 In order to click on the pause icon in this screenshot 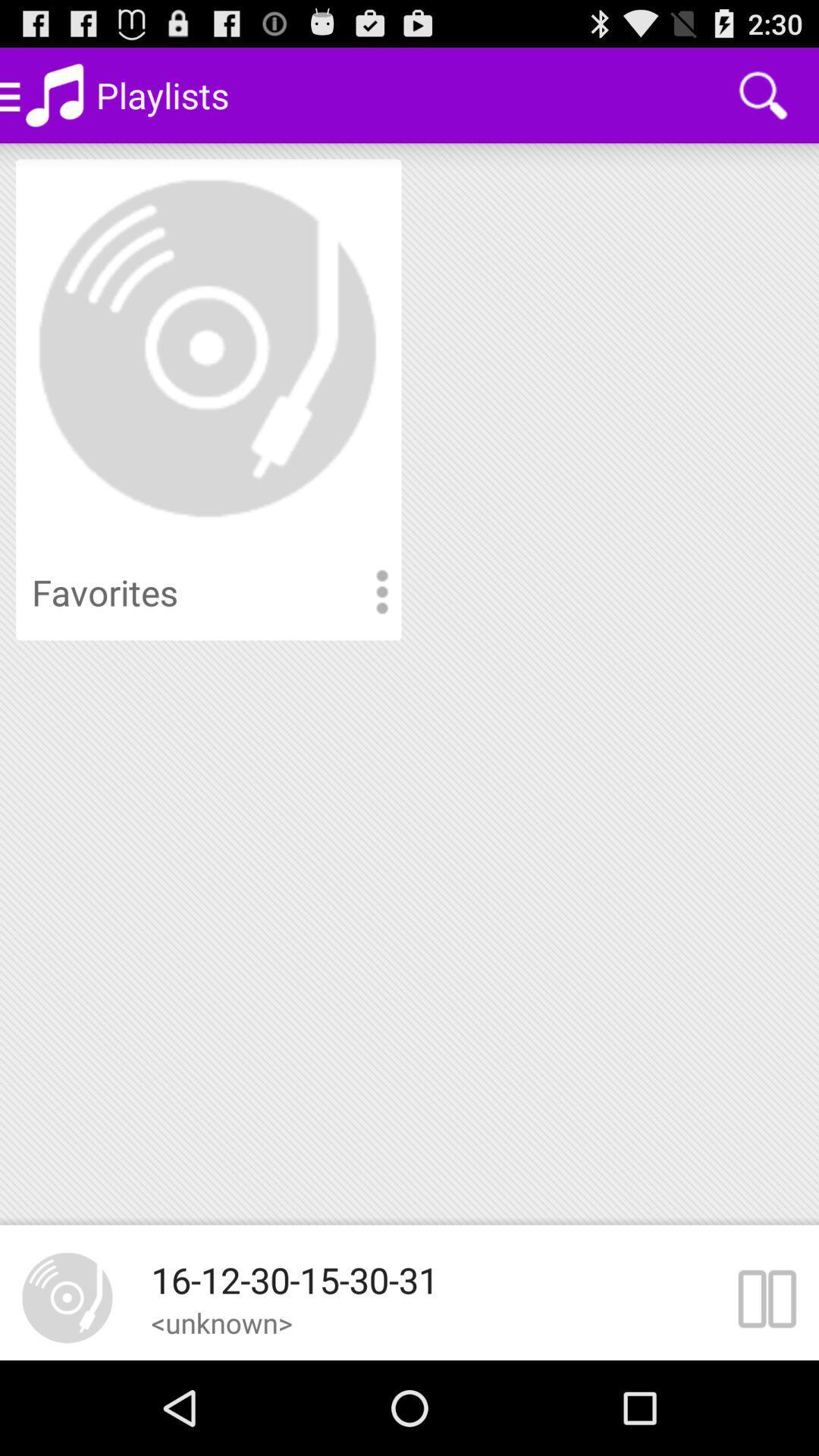, I will do `click(773, 1383)`.